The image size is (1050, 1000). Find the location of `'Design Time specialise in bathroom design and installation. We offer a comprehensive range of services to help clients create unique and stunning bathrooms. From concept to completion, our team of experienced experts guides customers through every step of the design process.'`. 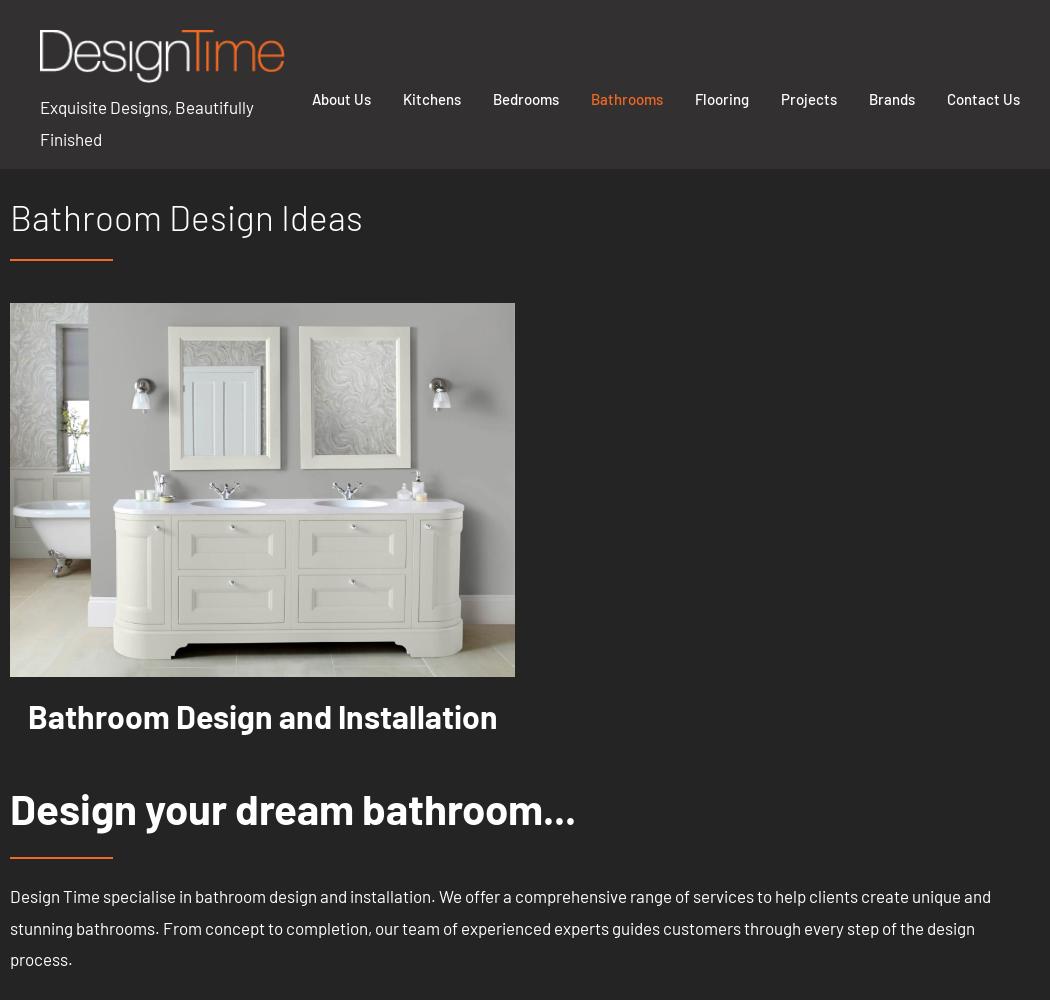

'Design Time specialise in bathroom design and installation. We offer a comprehensive range of services to help clients create unique and stunning bathrooms. From concept to completion, our team of experienced experts guides customers through every step of the design process.' is located at coordinates (9, 927).